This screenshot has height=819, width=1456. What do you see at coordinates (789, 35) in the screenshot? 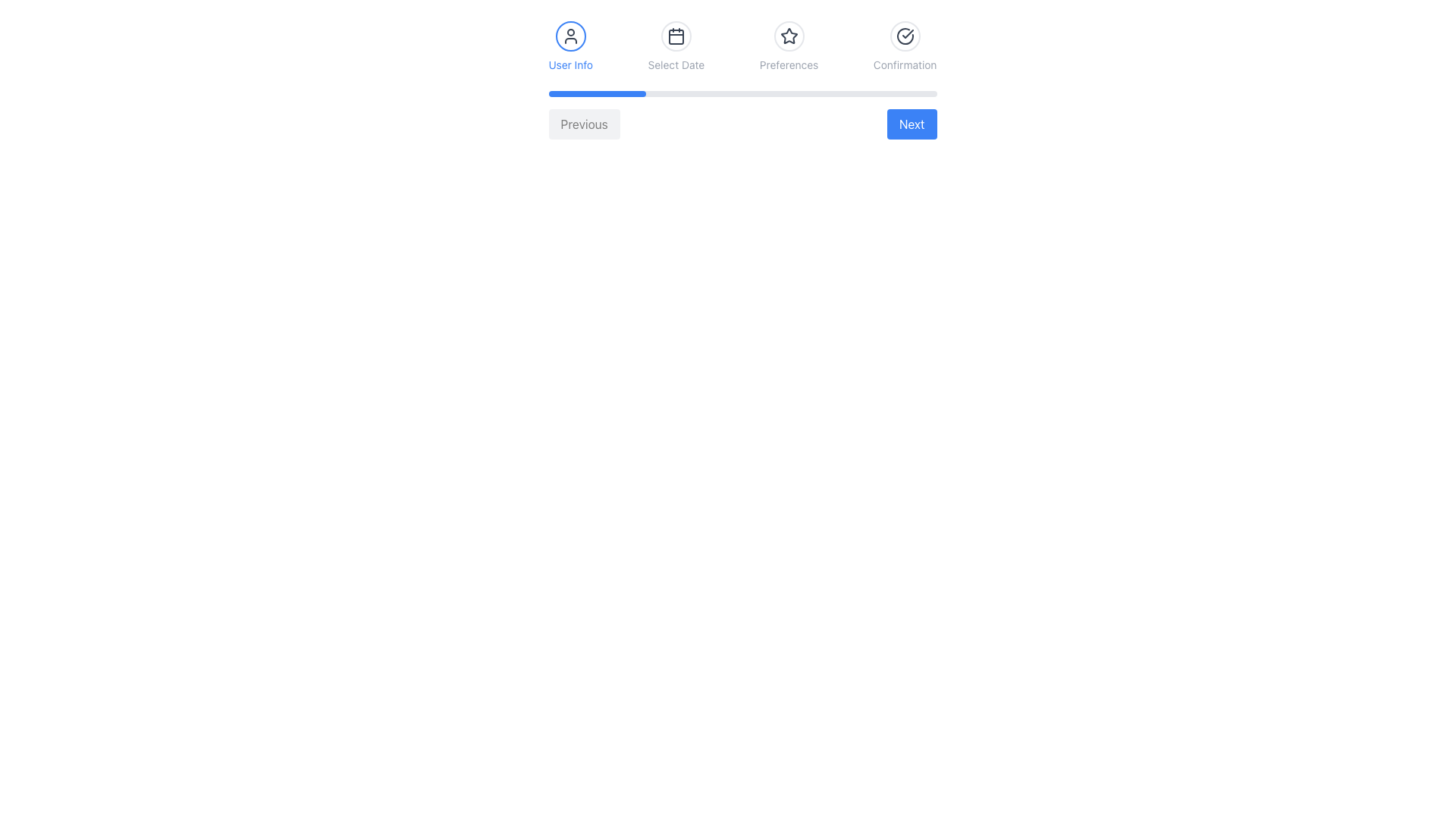
I see `the circular button with a gray border and a centered star icon, which is the third step in the horizontal step progress bar labeled 'Preferences'` at bounding box center [789, 35].